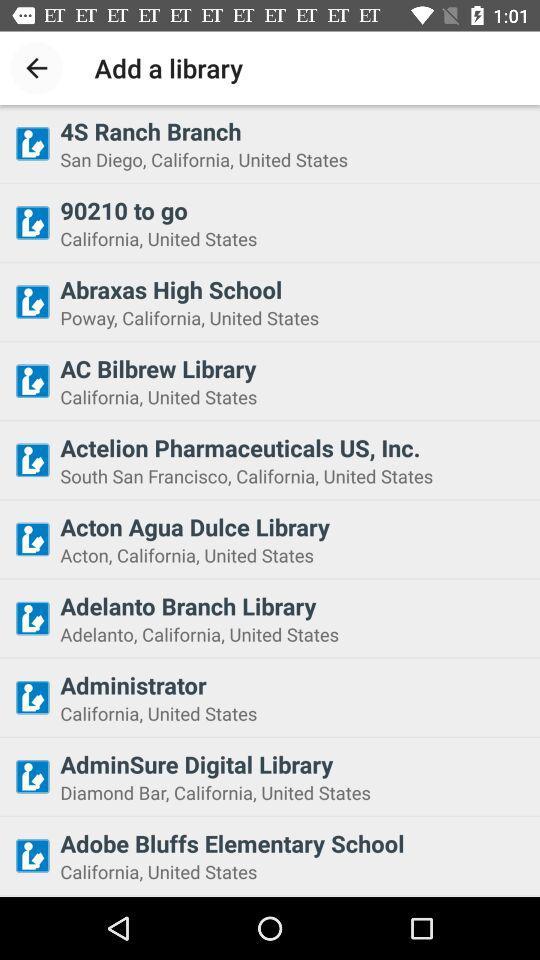  Describe the element at coordinates (293, 288) in the screenshot. I see `the abraxas high school` at that location.